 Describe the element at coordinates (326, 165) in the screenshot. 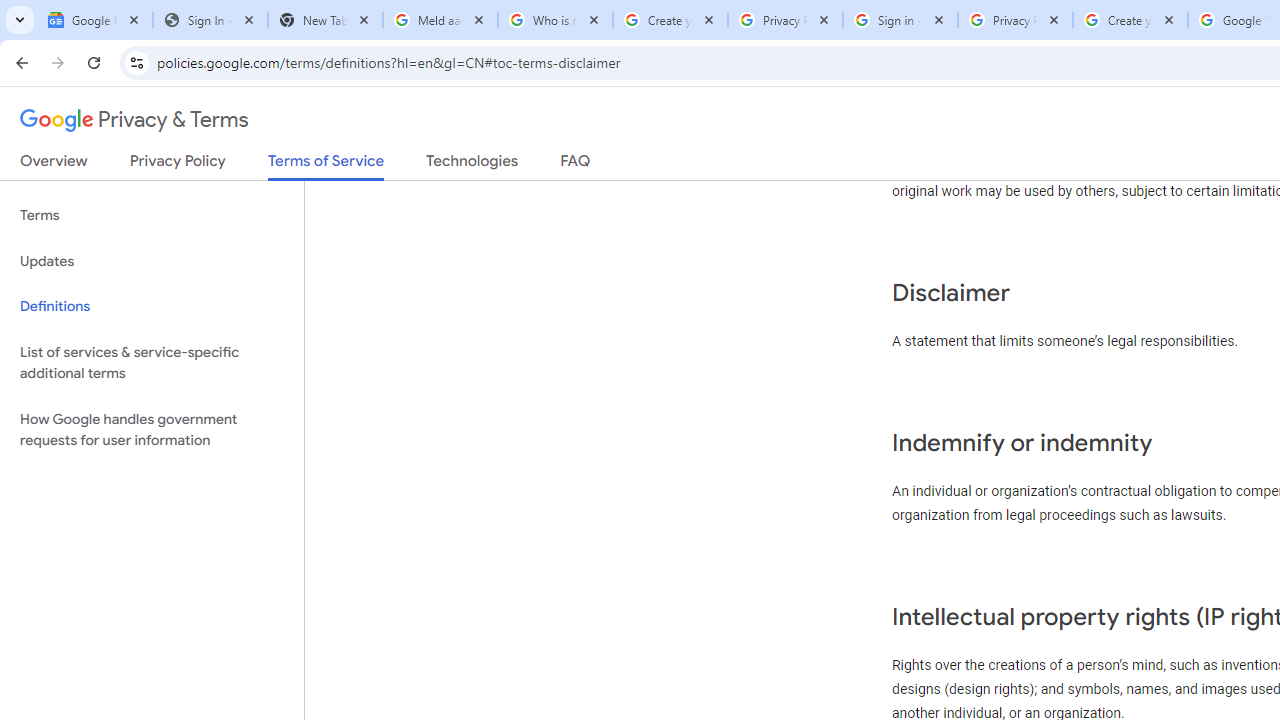

I see `'Terms of Service'` at that location.